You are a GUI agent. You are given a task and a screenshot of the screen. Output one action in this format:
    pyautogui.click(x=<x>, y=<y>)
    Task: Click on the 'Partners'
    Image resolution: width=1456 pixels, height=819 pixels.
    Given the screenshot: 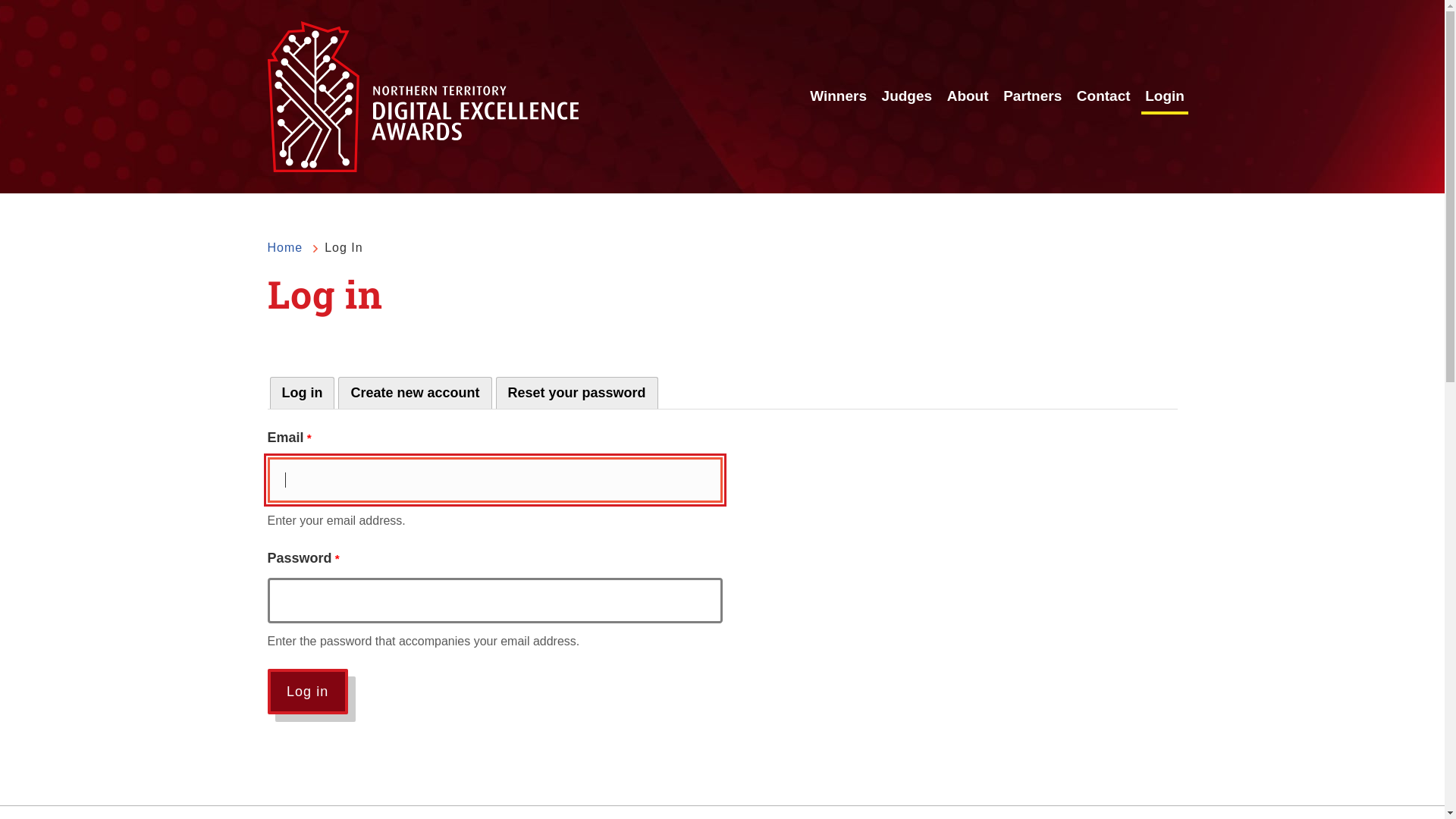 What is the action you would take?
    pyautogui.click(x=1031, y=96)
    